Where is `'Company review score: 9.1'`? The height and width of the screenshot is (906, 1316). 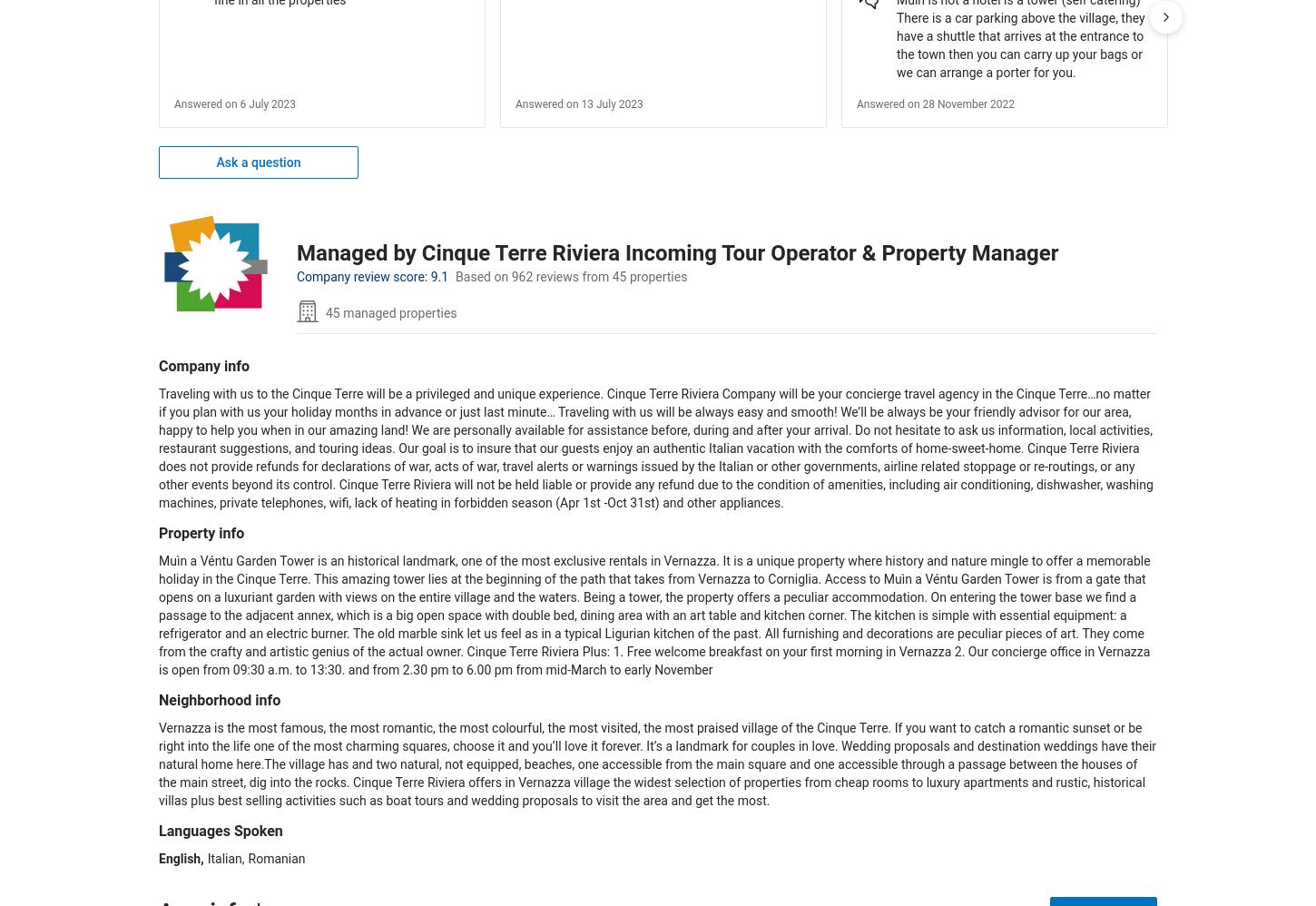
'Company review score: 9.1' is located at coordinates (371, 275).